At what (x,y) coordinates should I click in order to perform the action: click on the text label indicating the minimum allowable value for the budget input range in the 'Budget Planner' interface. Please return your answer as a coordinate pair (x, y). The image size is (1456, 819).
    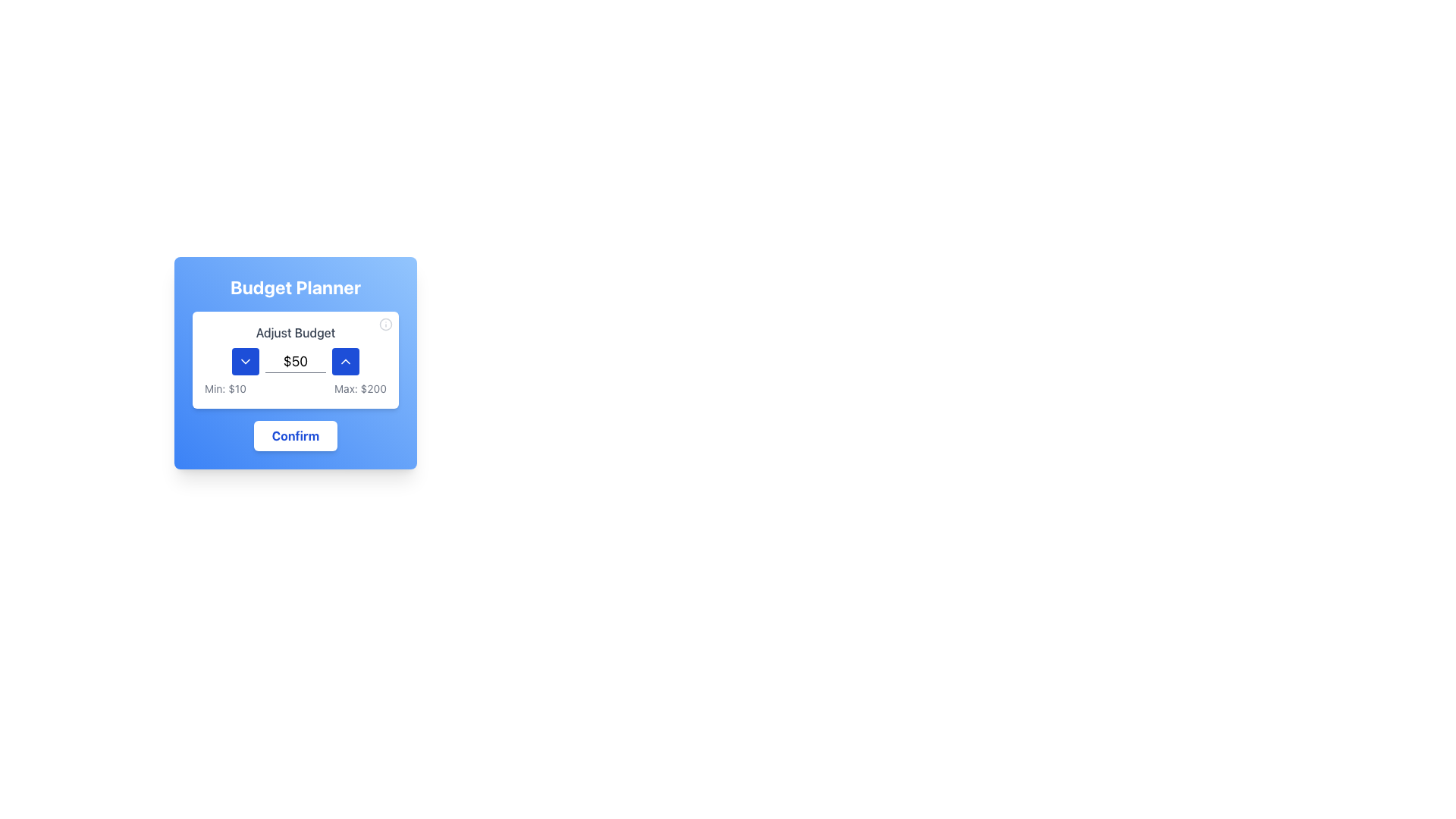
    Looking at the image, I should click on (224, 388).